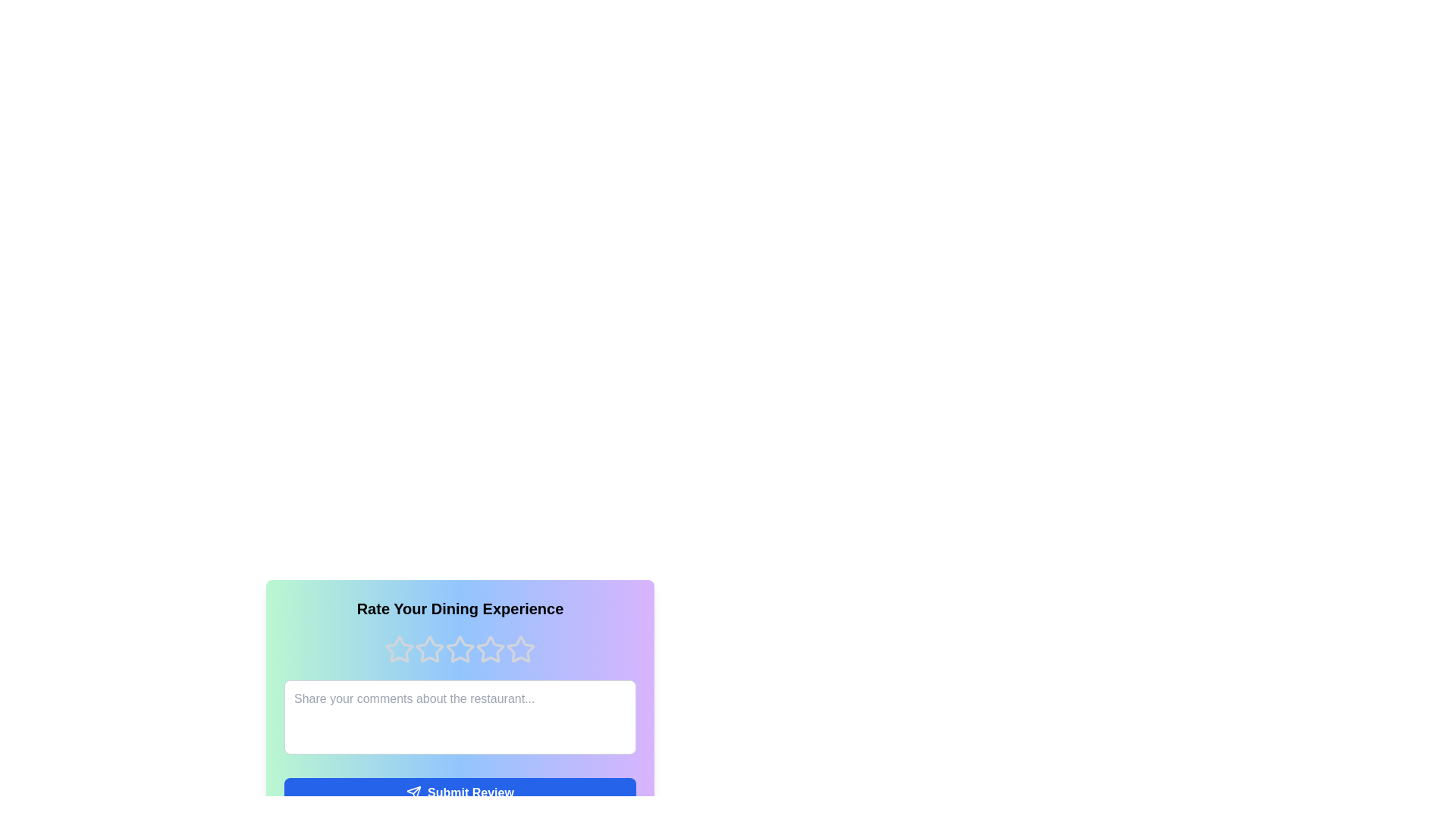  I want to click on the second star-shaped rating icon, which is light gray and larger than the other icons, located below the header 'Rate Your Dining Experience', so click(459, 648).